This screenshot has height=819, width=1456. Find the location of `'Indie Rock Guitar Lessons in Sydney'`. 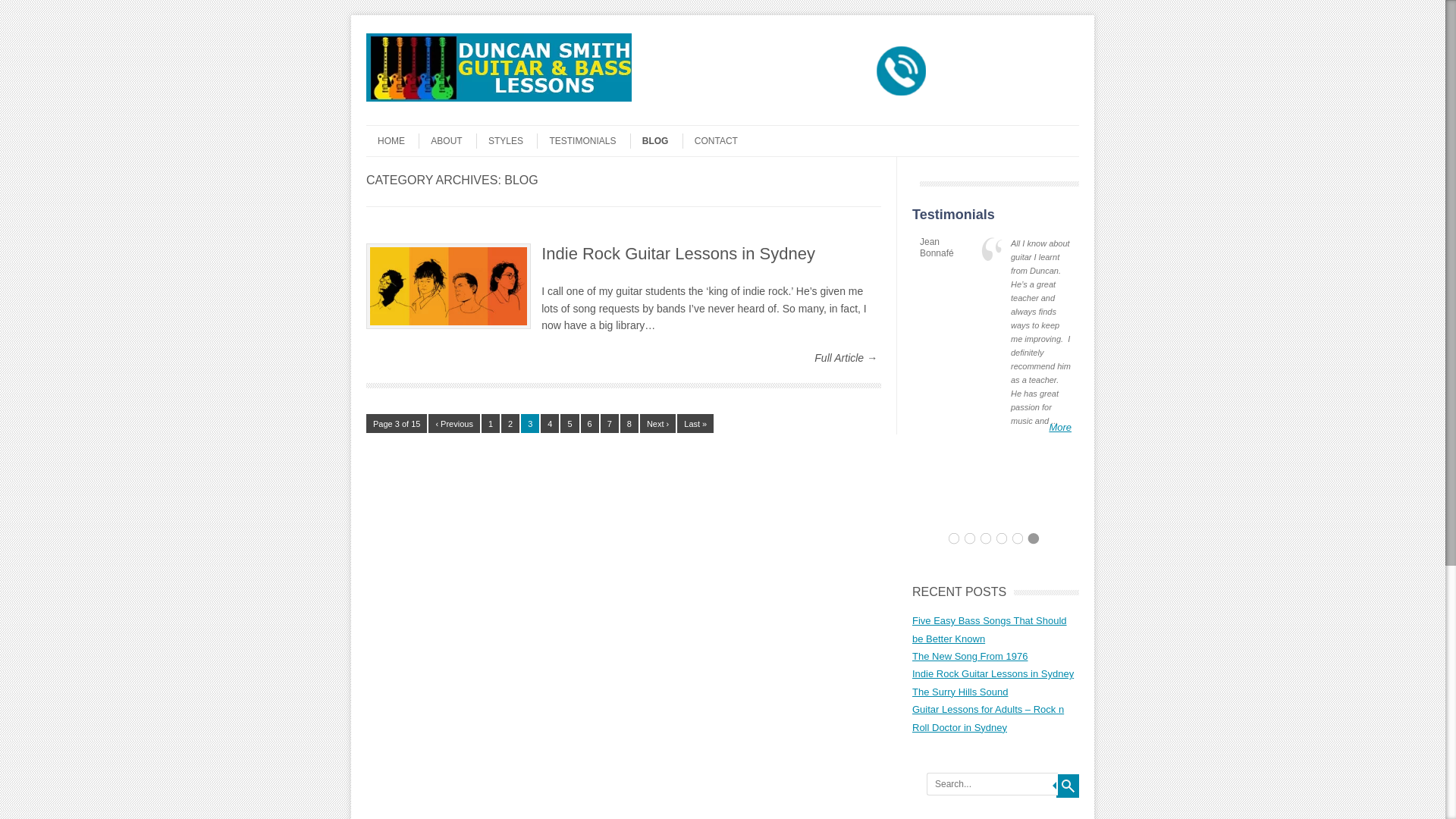

'Indie Rock Guitar Lessons in Sydney' is located at coordinates (677, 253).